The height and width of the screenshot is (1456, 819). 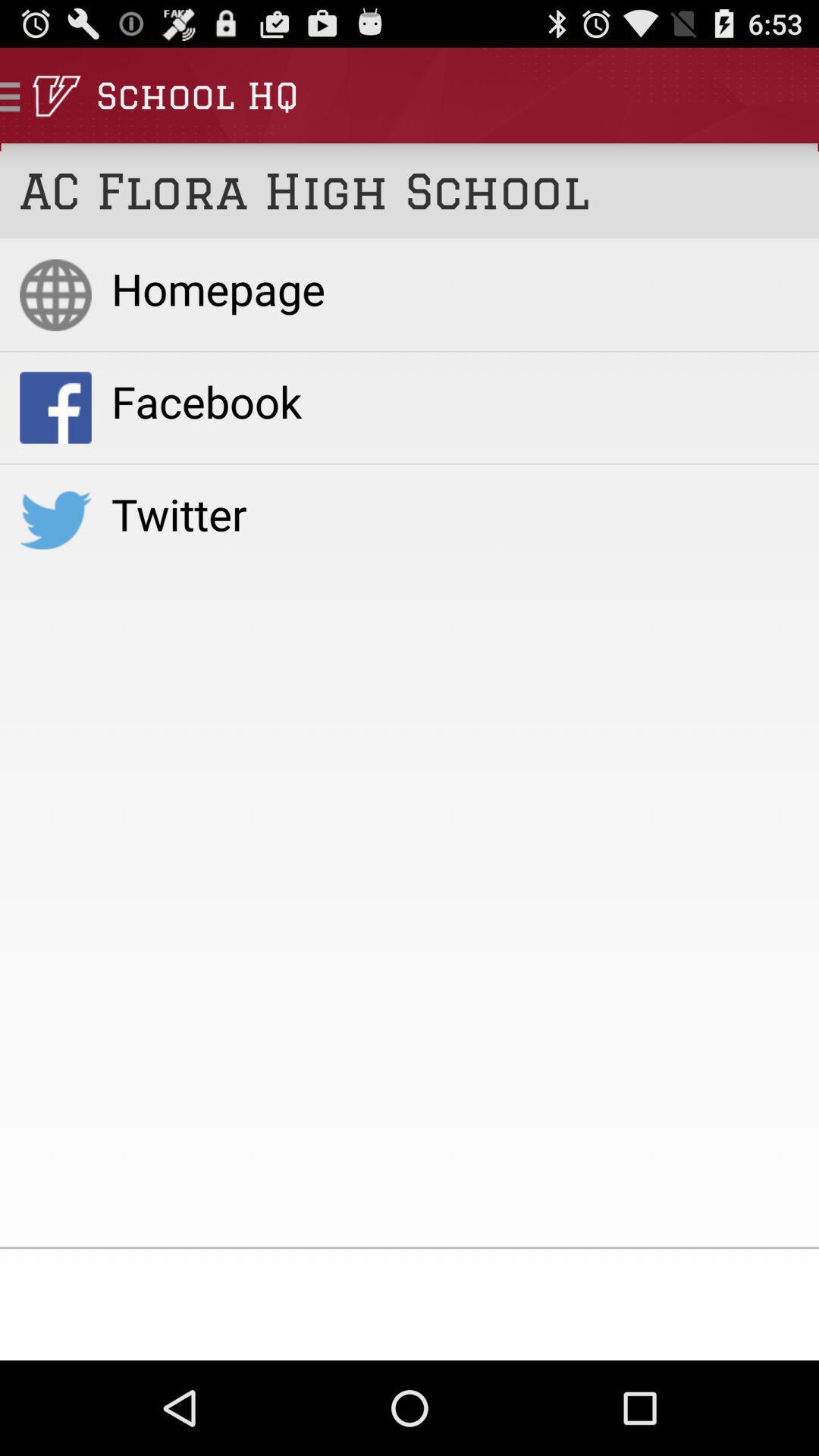 I want to click on the icon above twitter icon, so click(x=454, y=401).